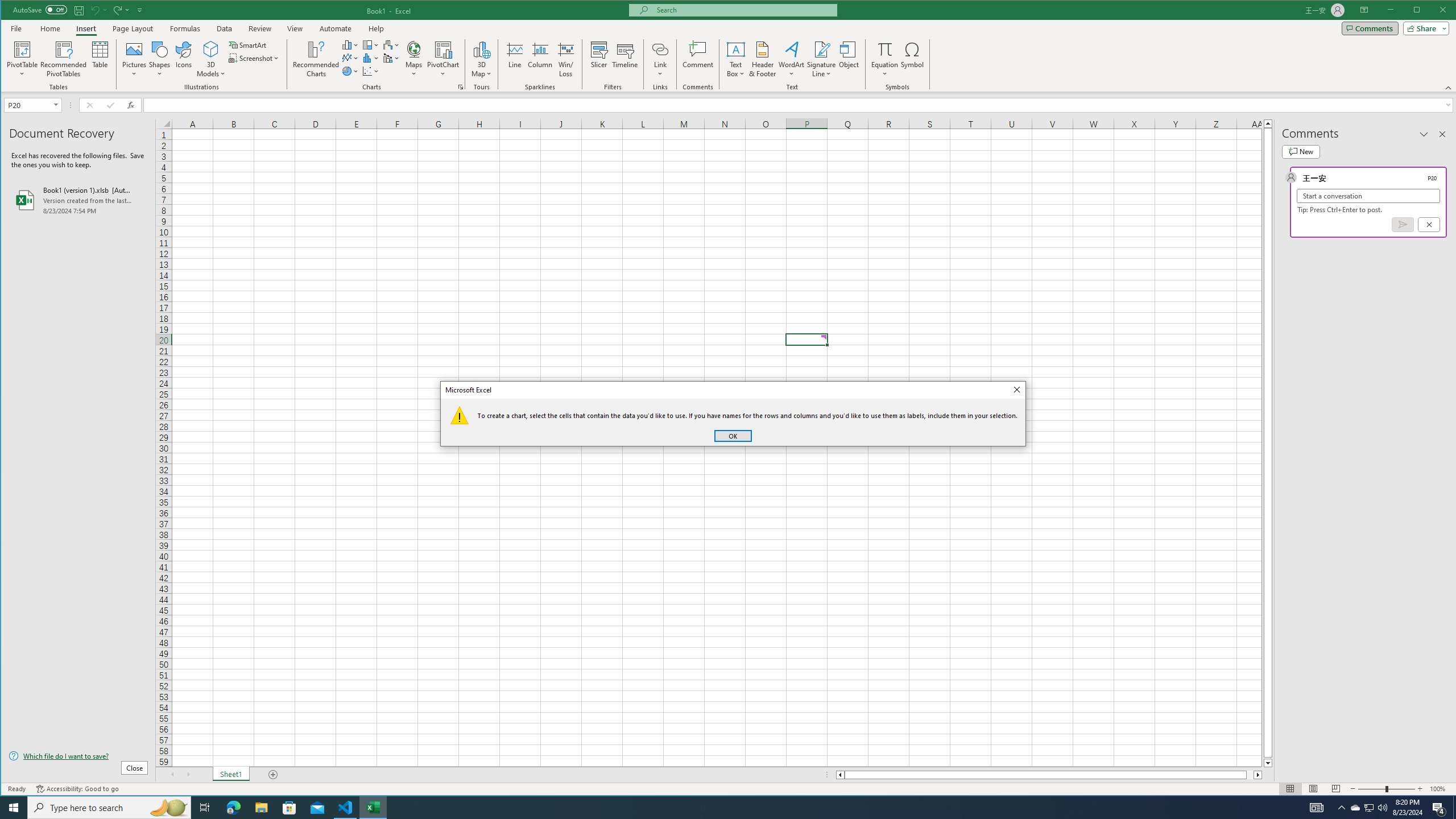 The width and height of the screenshot is (1456, 819). I want to click on 'Win/Loss', so click(565, 59).